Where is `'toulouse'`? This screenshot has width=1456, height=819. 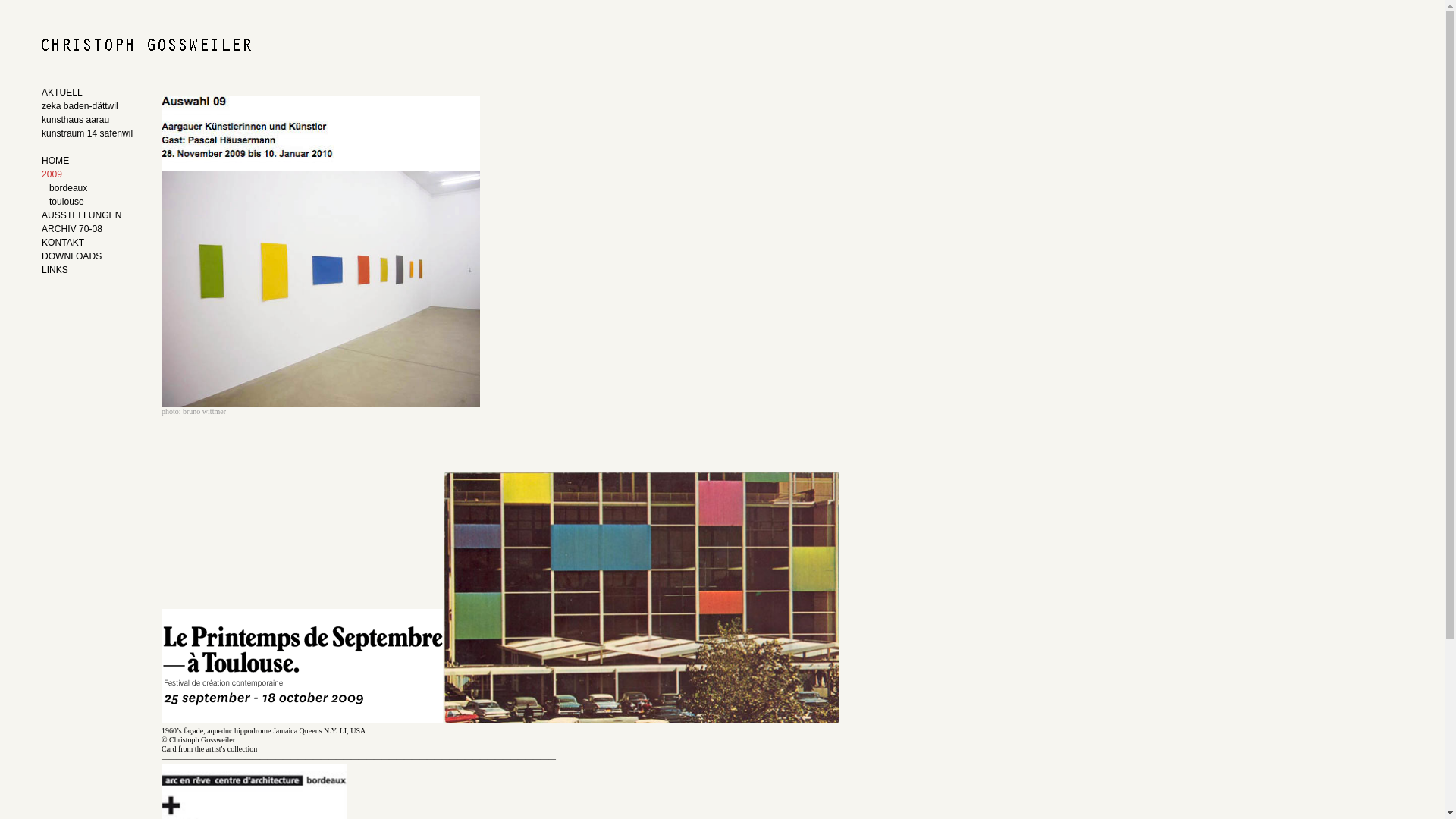 'toulouse' is located at coordinates (92, 202).